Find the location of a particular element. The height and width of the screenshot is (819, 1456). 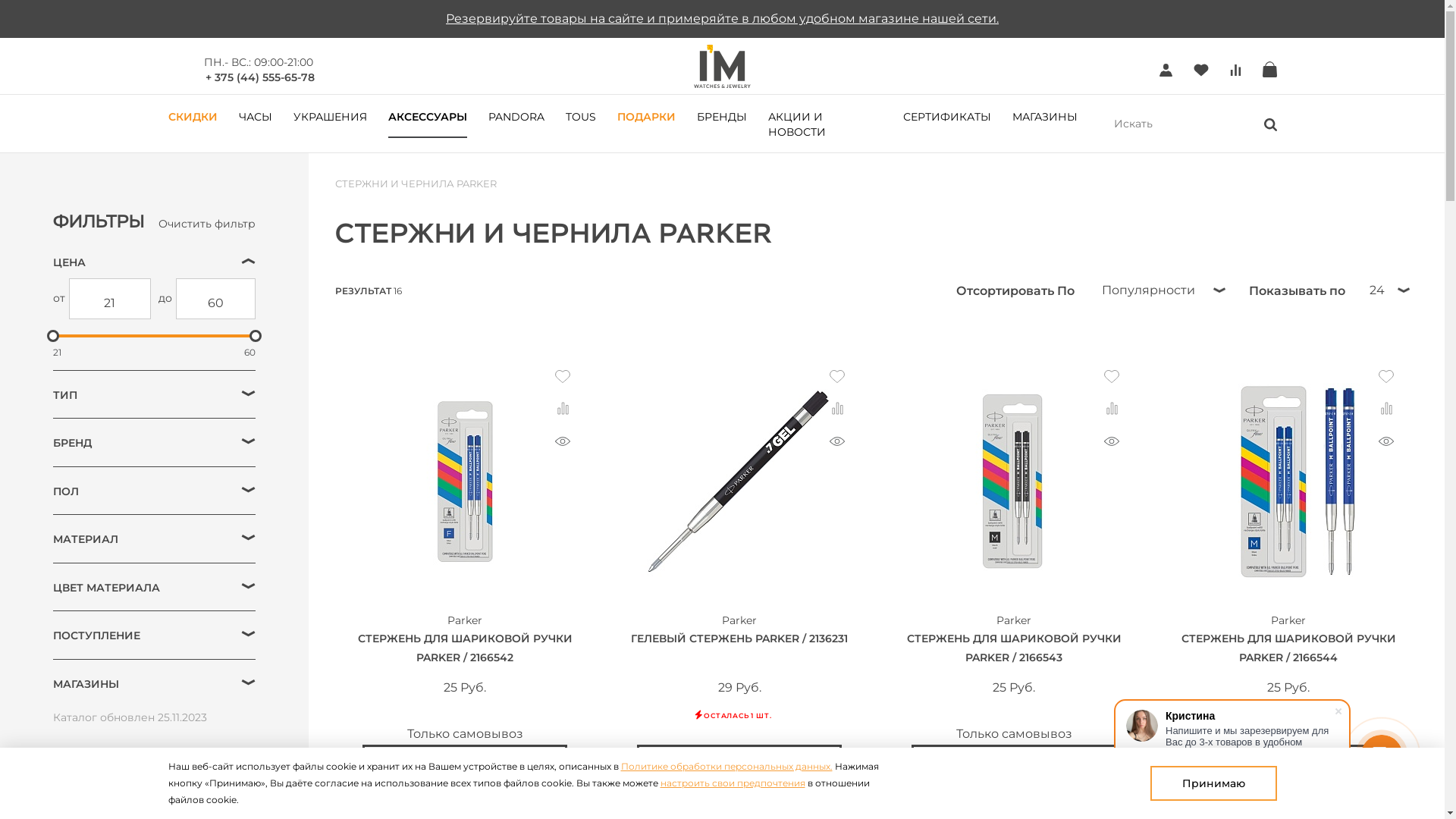

'PANDORA' is located at coordinates (516, 115).